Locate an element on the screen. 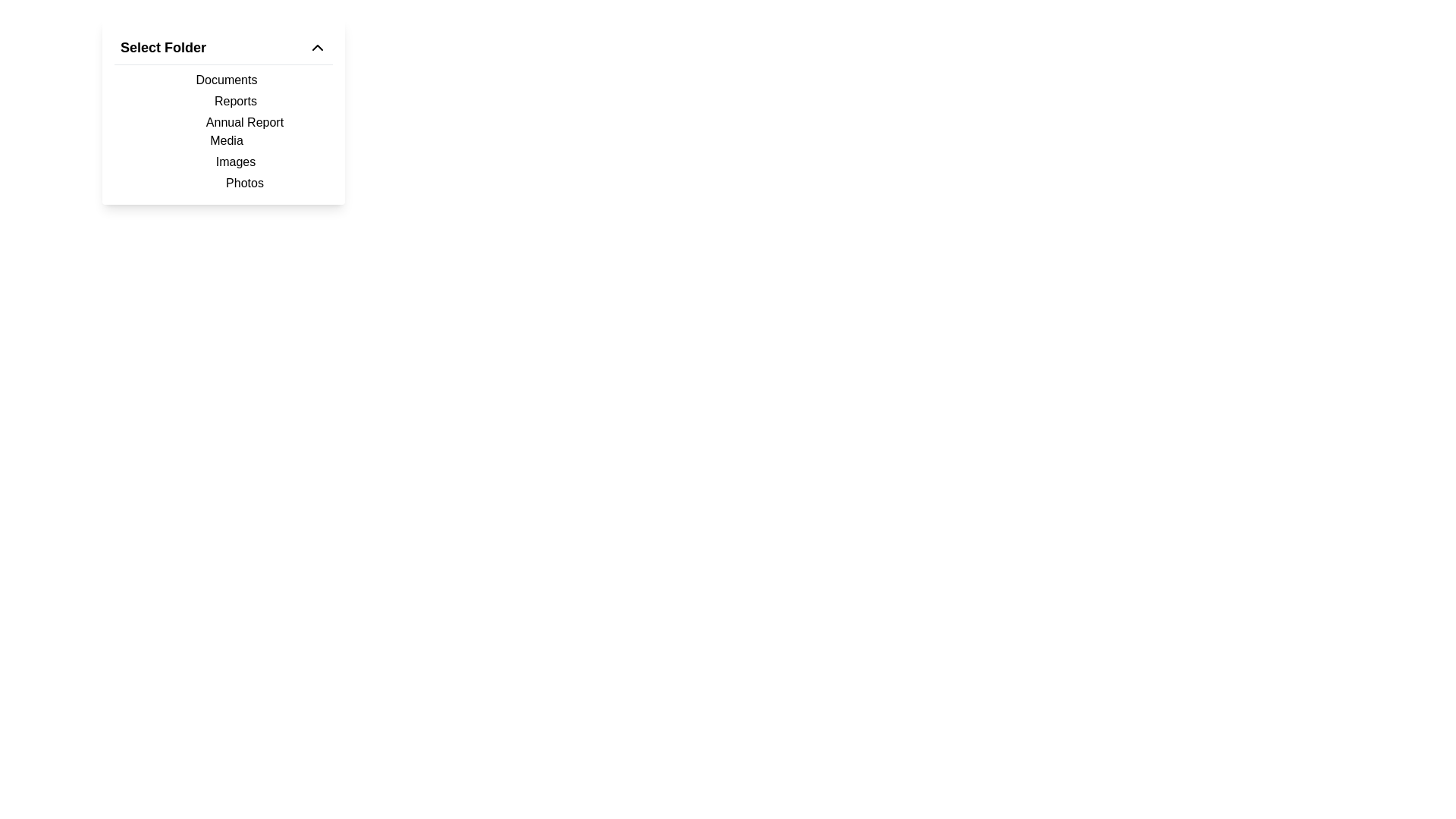 The image size is (1456, 819). the 'Images' menu item in the dropdown menu labeled 'Select Folder' is located at coordinates (235, 162).